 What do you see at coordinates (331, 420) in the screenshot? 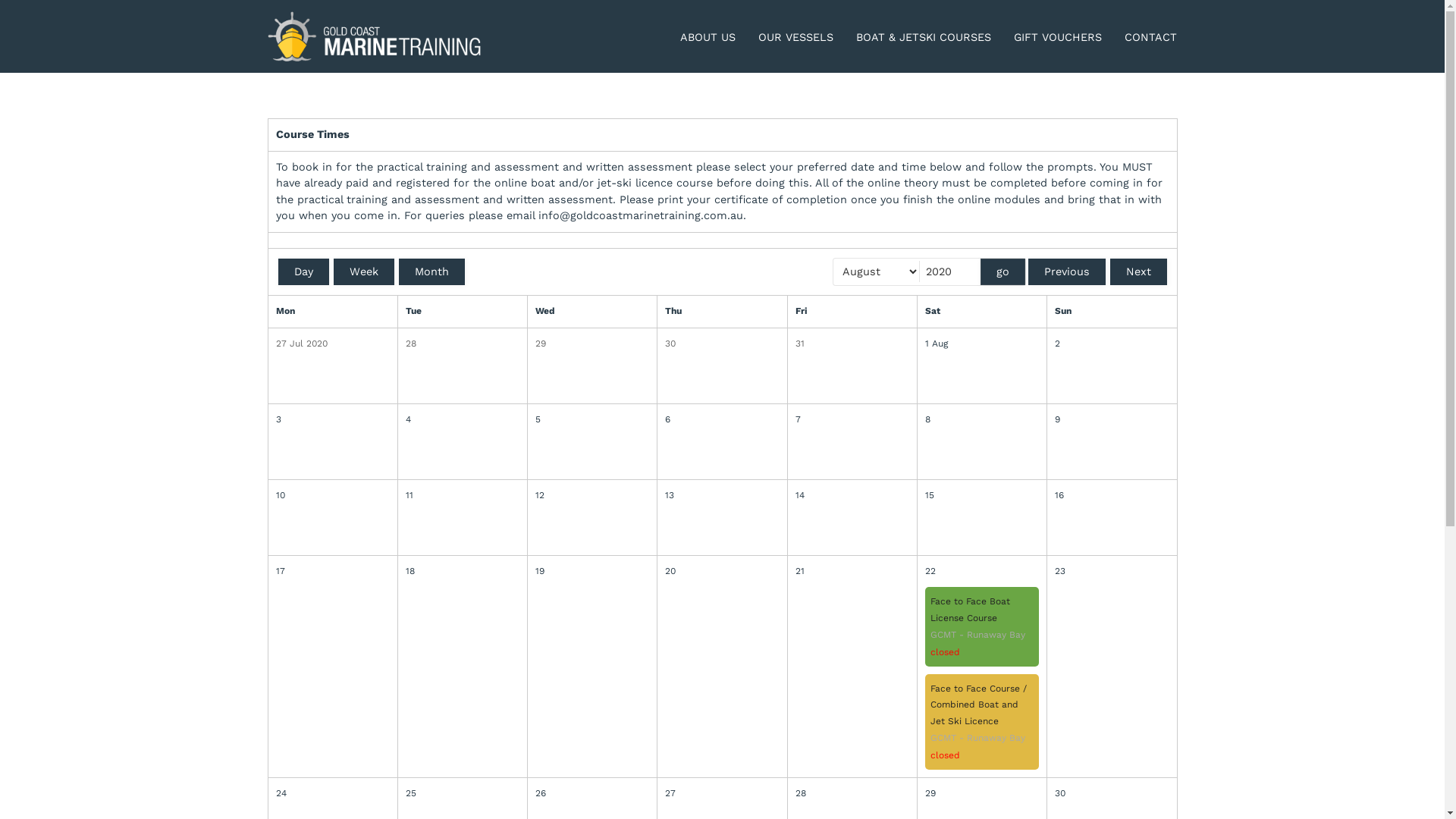
I see `'3'` at bounding box center [331, 420].